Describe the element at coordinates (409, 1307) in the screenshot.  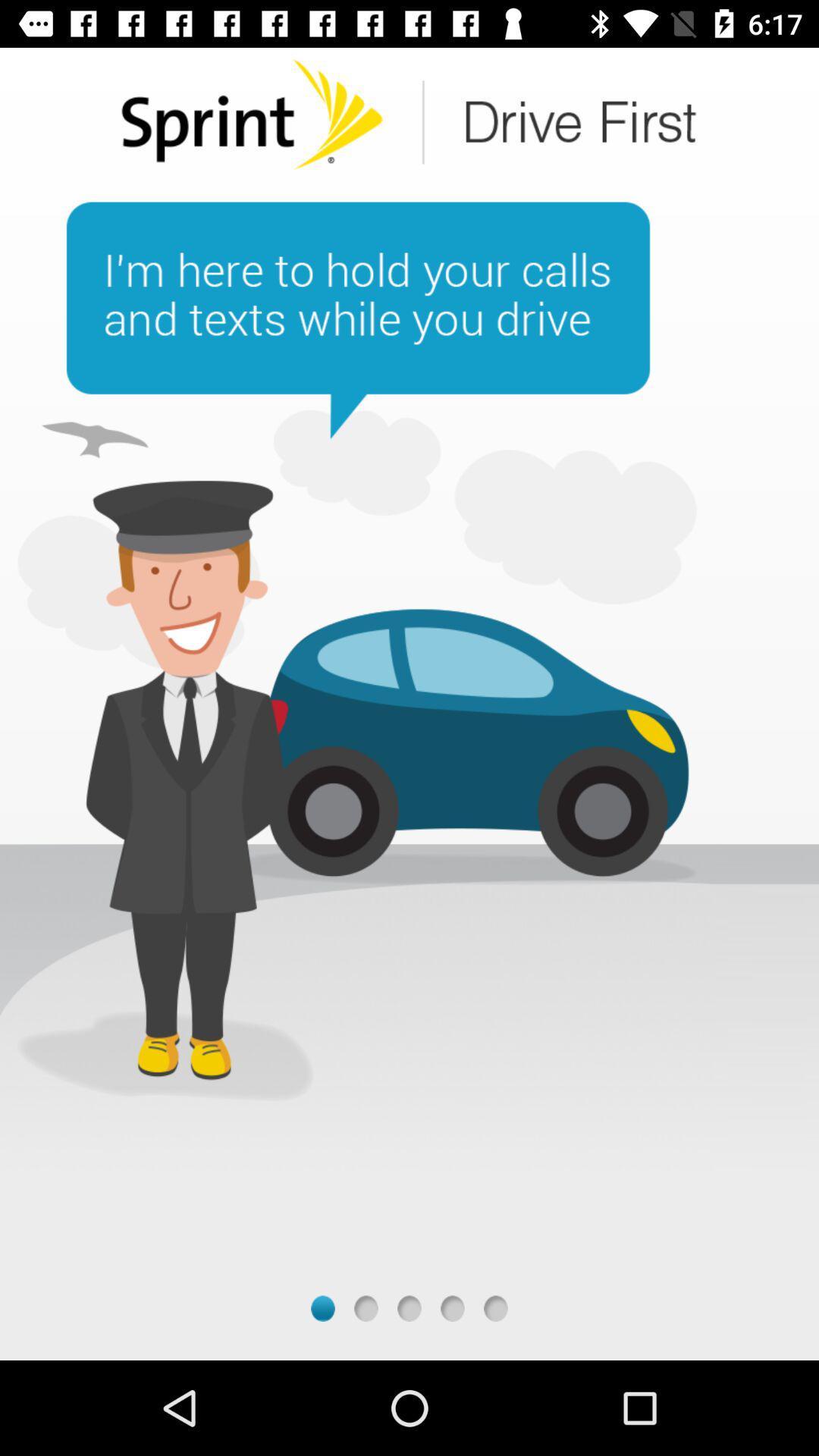
I see `next page` at that location.